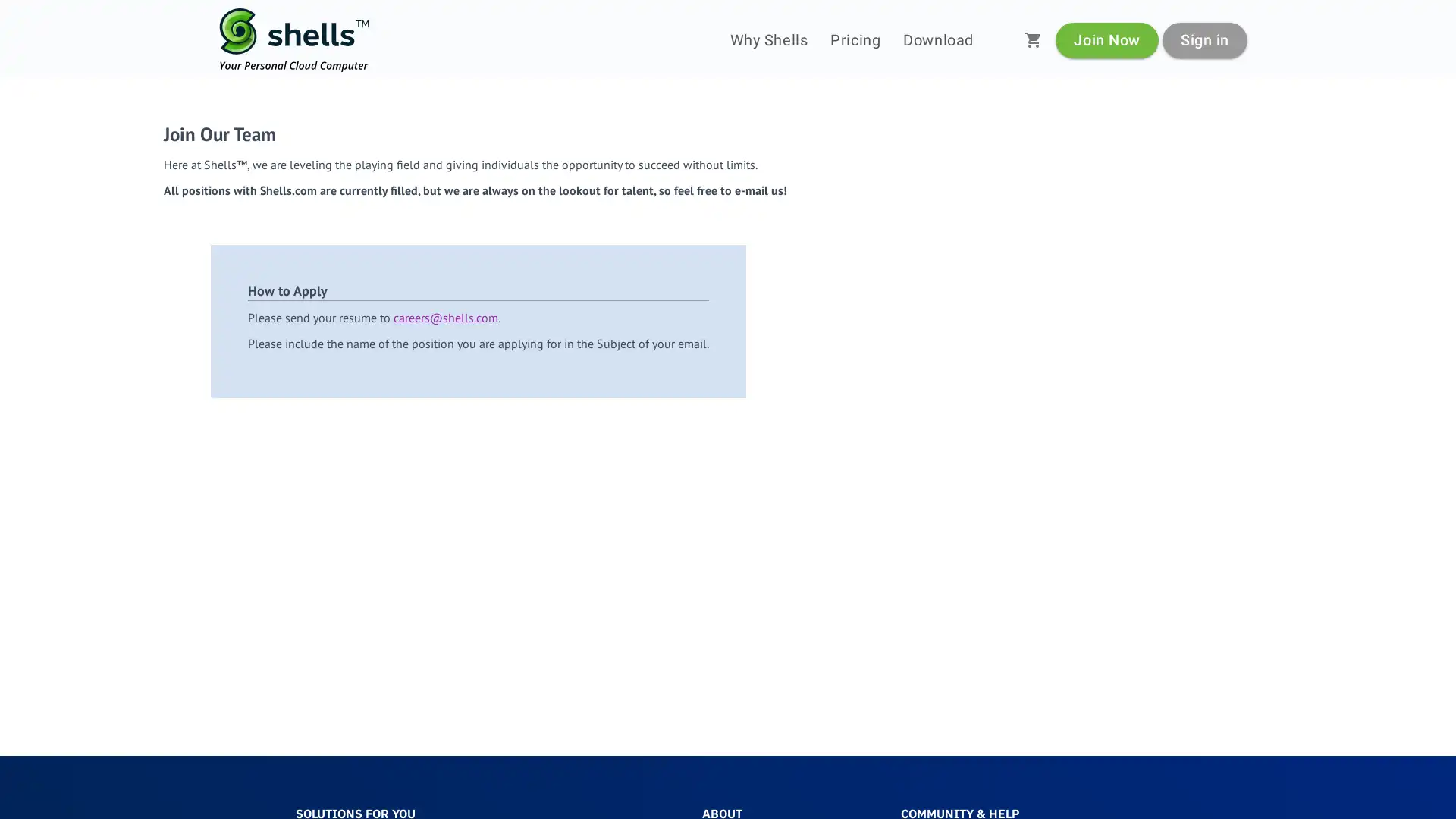  Describe the element at coordinates (855, 39) in the screenshot. I see `Pricing` at that location.